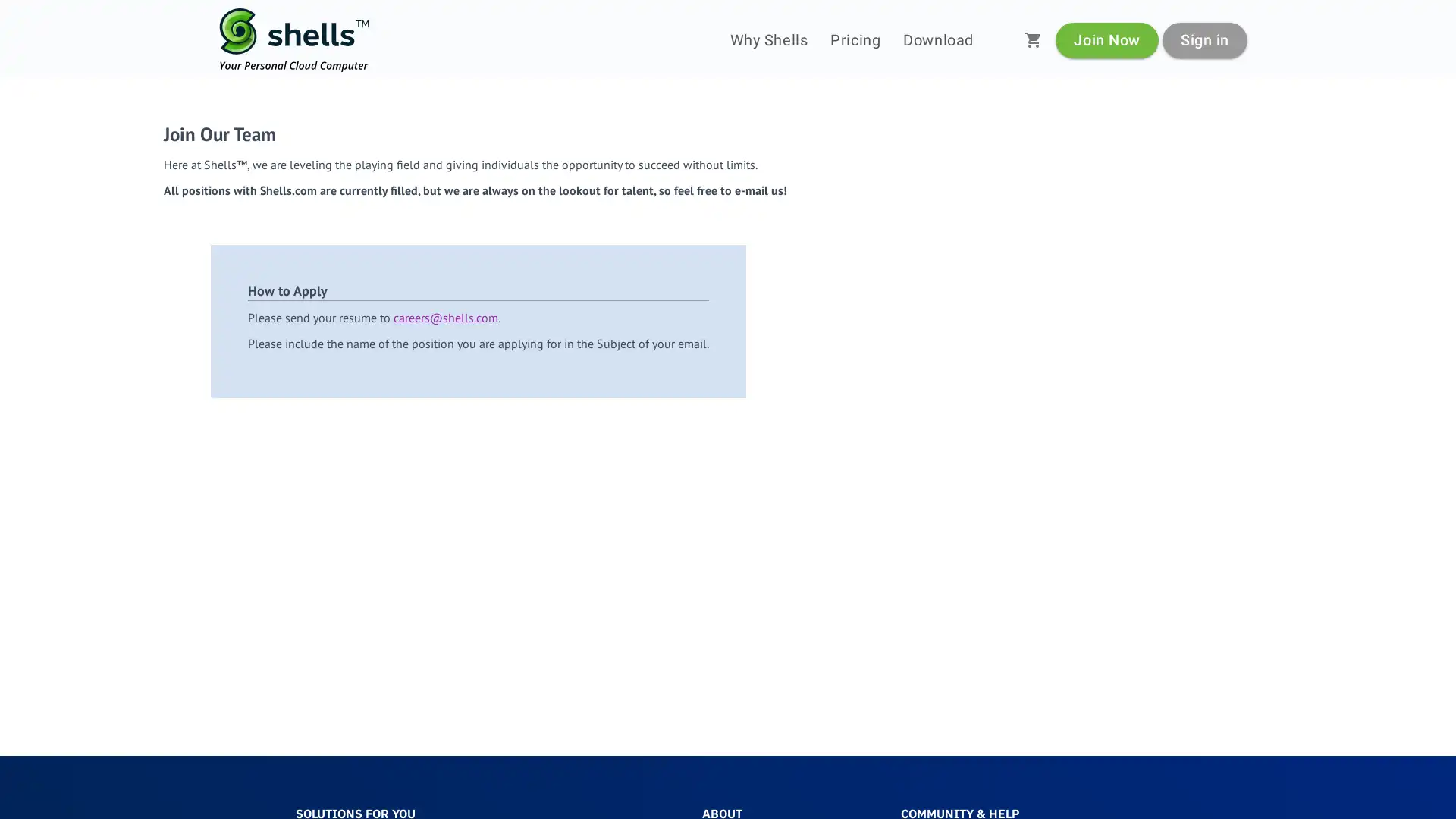  Describe the element at coordinates (855, 39) in the screenshot. I see `Pricing` at that location.